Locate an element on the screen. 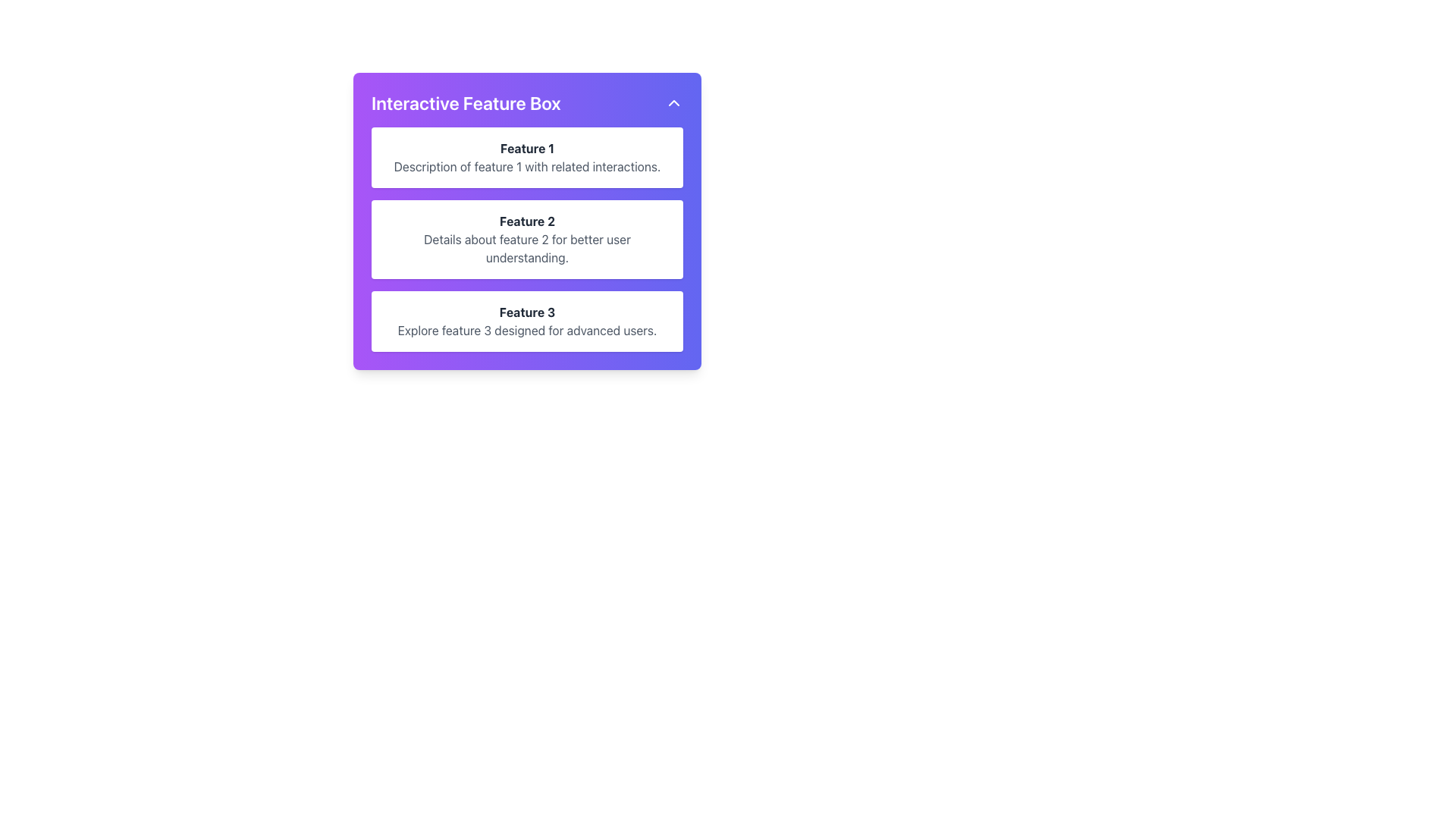  the text label displaying 'Feature 3', which is styled with bold font and dark gray color, located in the bottom part of the third feature card is located at coordinates (527, 312).